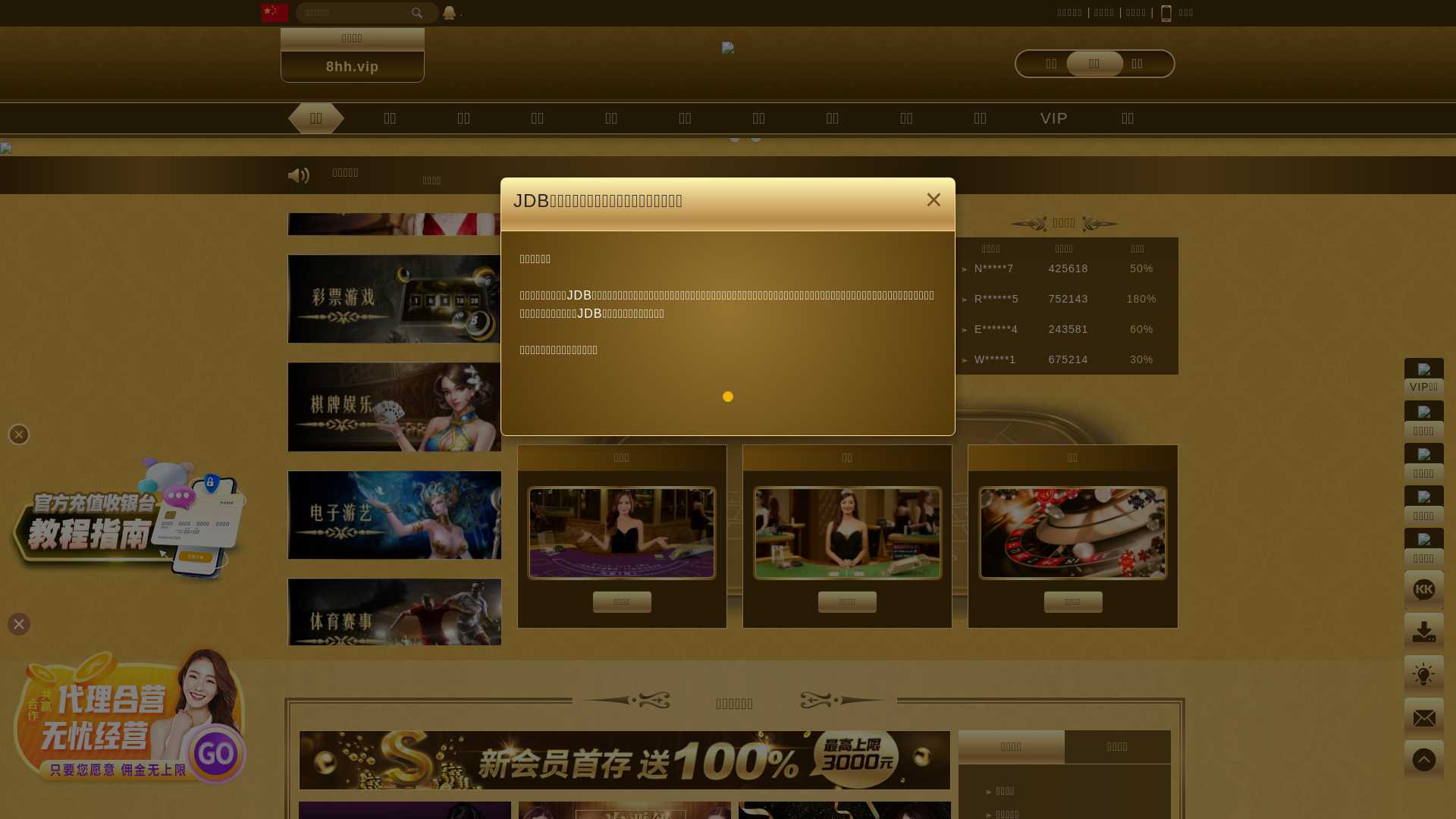 The image size is (1456, 819). I want to click on 'VIP', so click(1053, 117).